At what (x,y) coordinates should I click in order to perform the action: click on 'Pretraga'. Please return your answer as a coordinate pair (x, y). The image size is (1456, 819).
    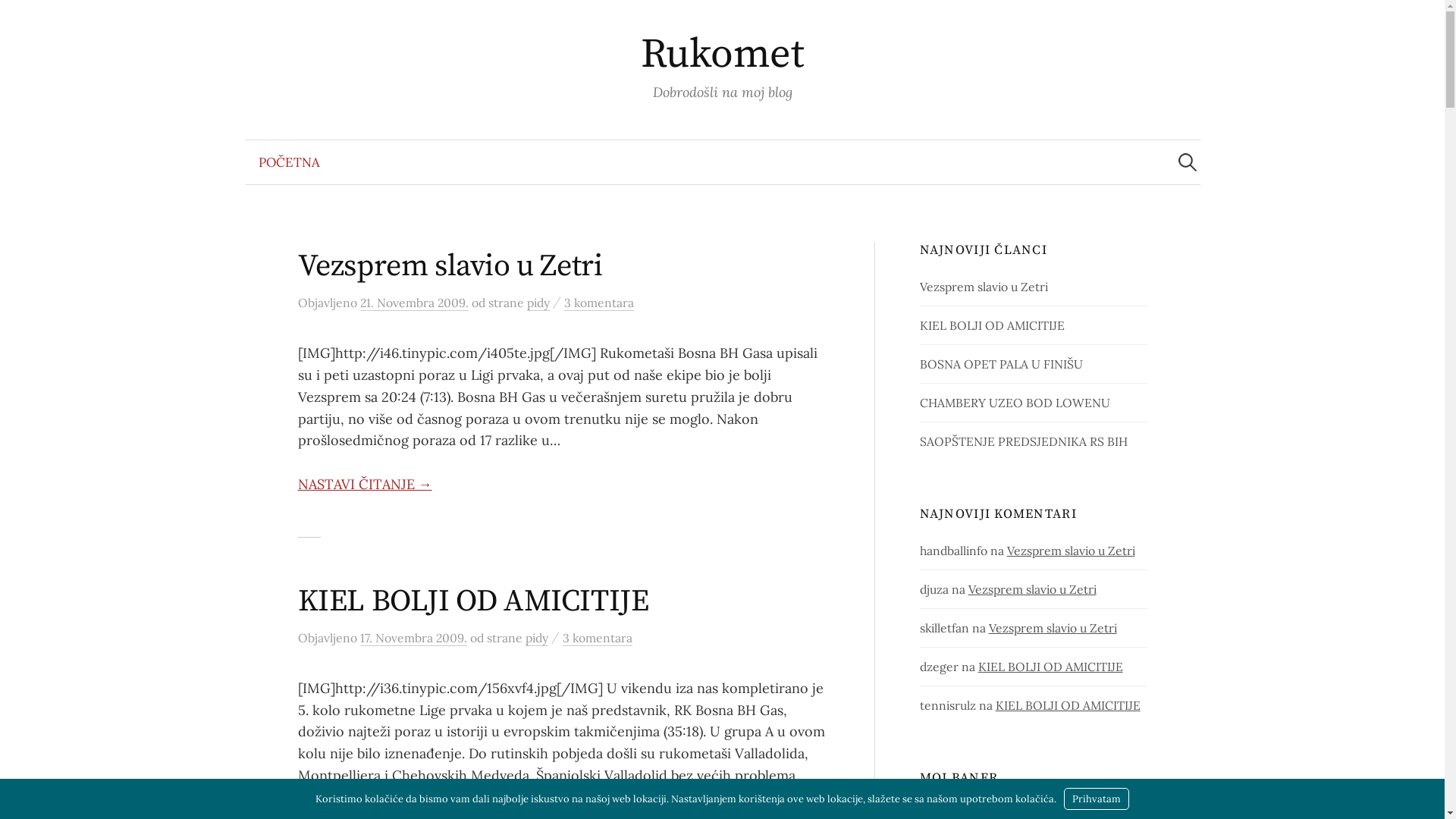
    Looking at the image, I should click on (18, 18).